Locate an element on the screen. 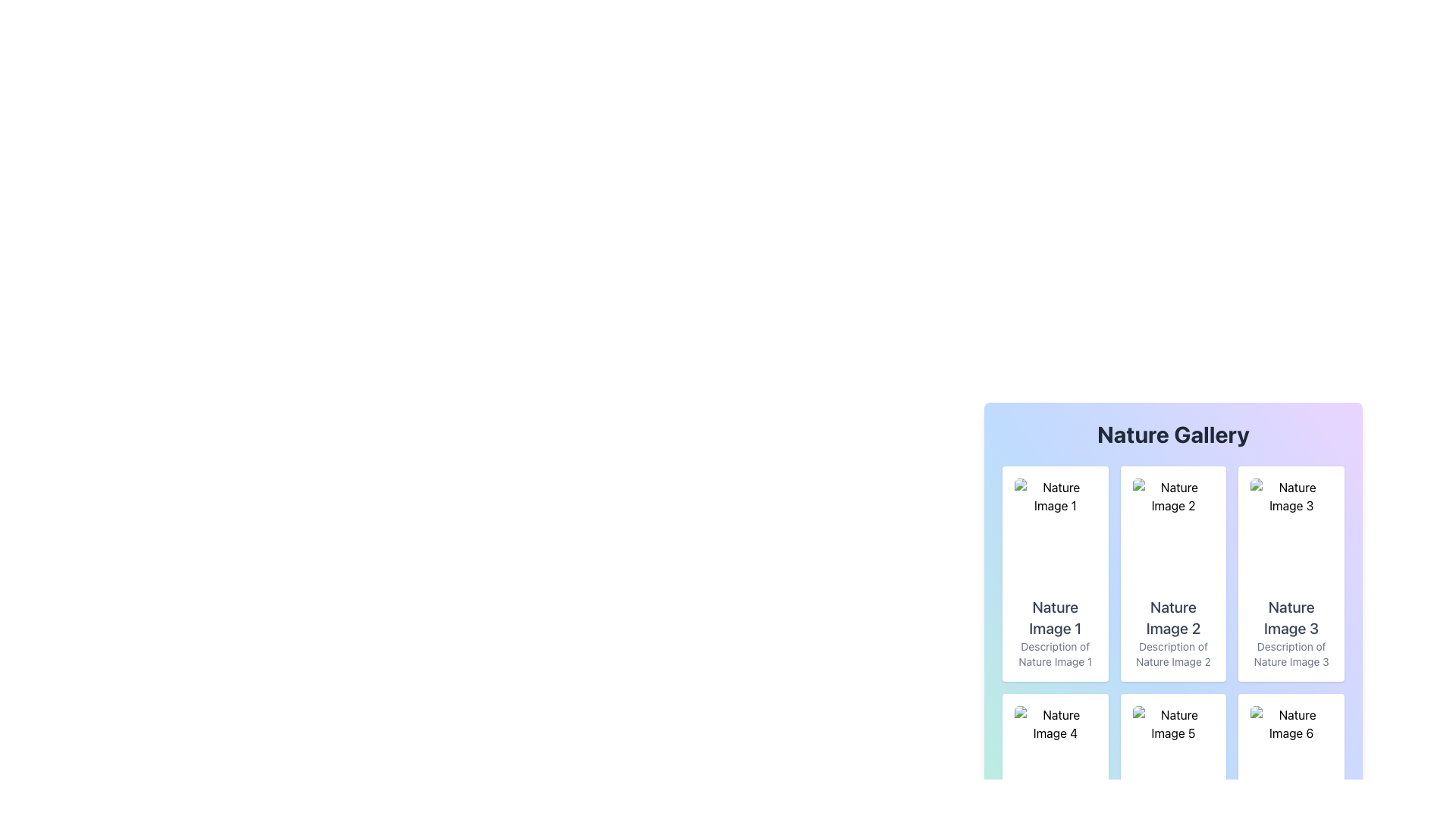 This screenshot has height=819, width=1456. text from the Text Label located in the Nature Gallery section, which identifies or provides context for the image displayed above it is located at coordinates (1291, 617).